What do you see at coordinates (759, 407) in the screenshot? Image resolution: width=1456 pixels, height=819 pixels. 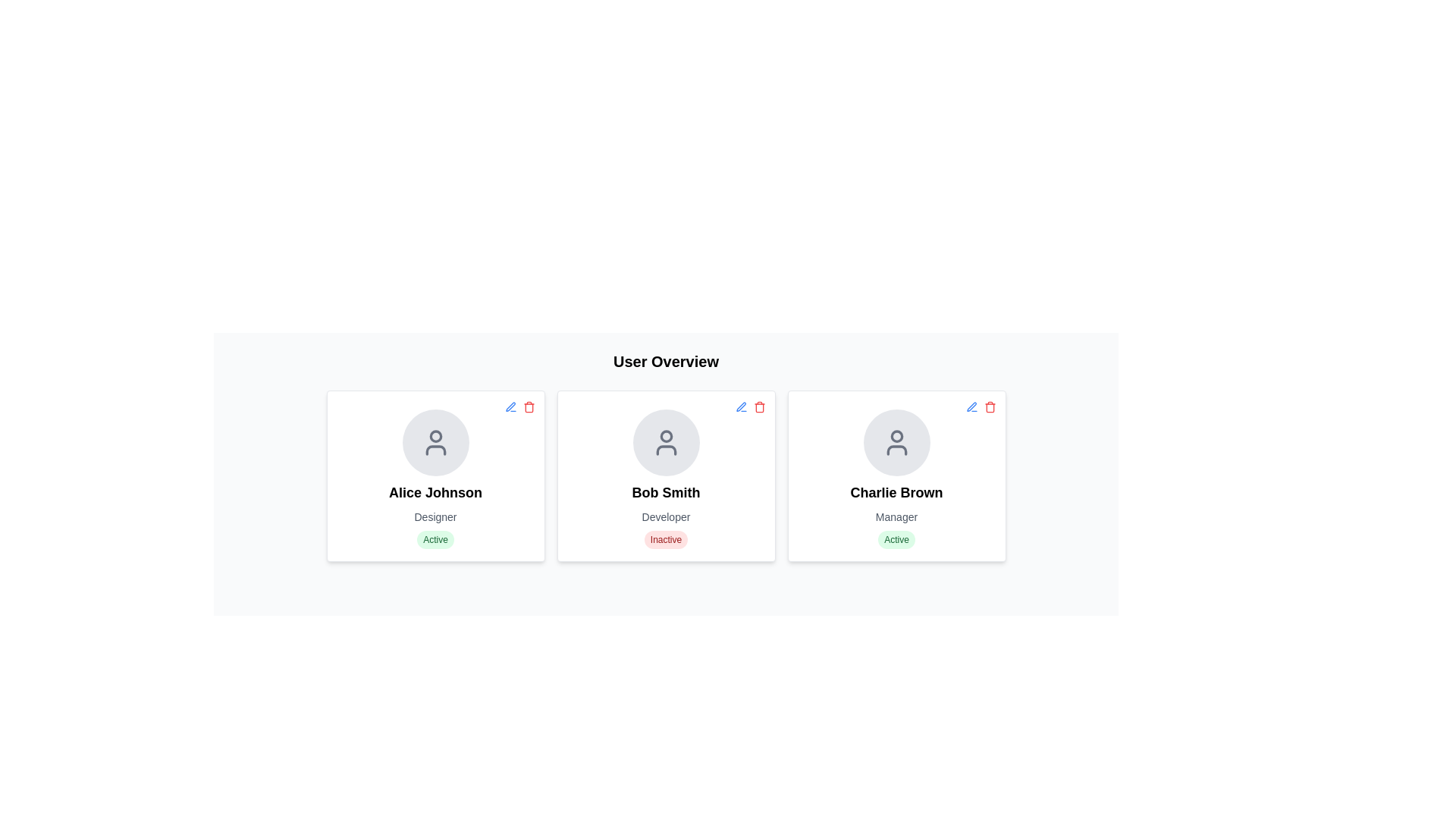 I see `the trash icon located at the top-right corner of the user card labeled 'Bob Smith'` at bounding box center [759, 407].